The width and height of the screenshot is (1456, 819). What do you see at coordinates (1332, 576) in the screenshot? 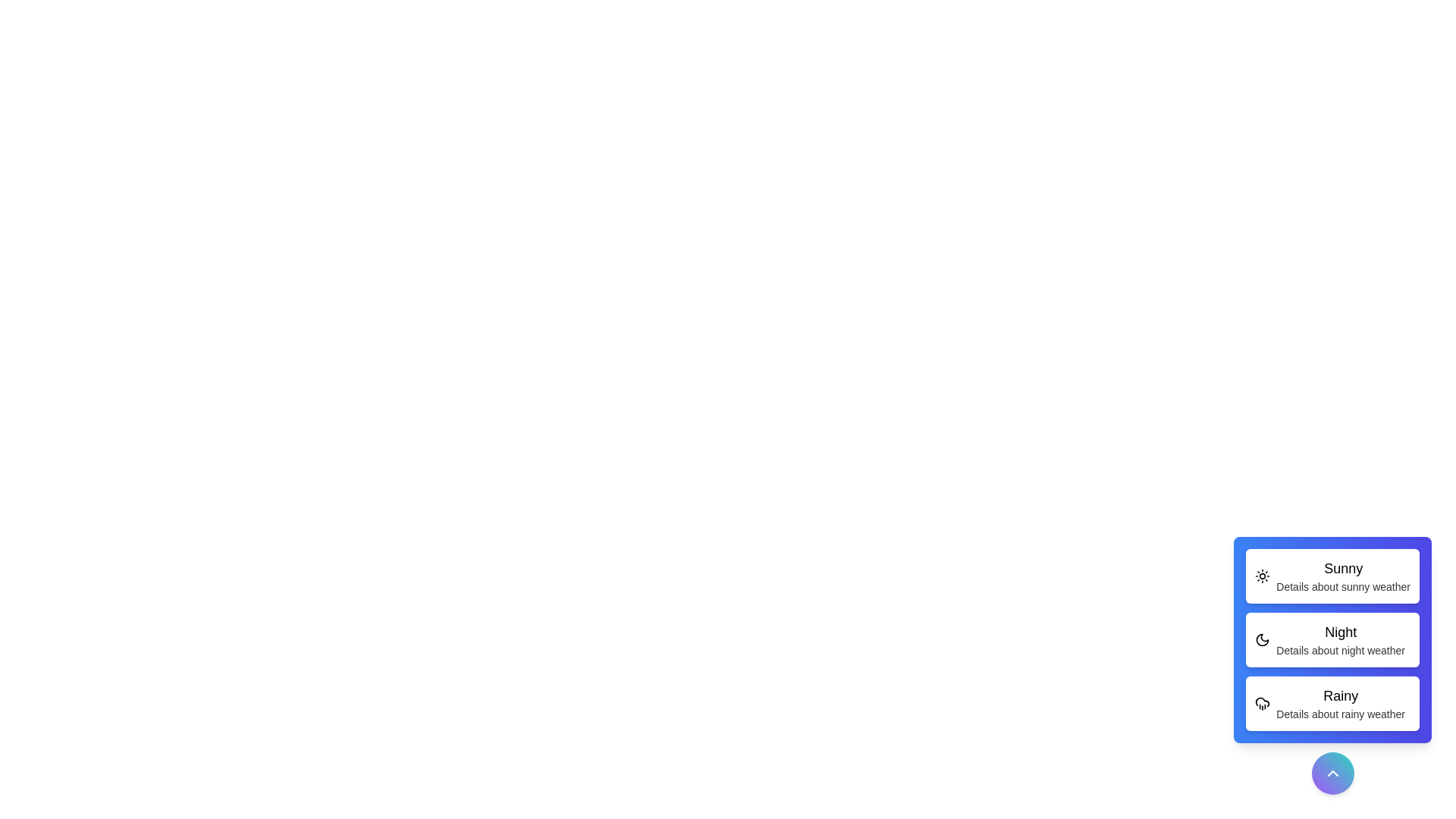
I see `the weather option Sunny` at bounding box center [1332, 576].